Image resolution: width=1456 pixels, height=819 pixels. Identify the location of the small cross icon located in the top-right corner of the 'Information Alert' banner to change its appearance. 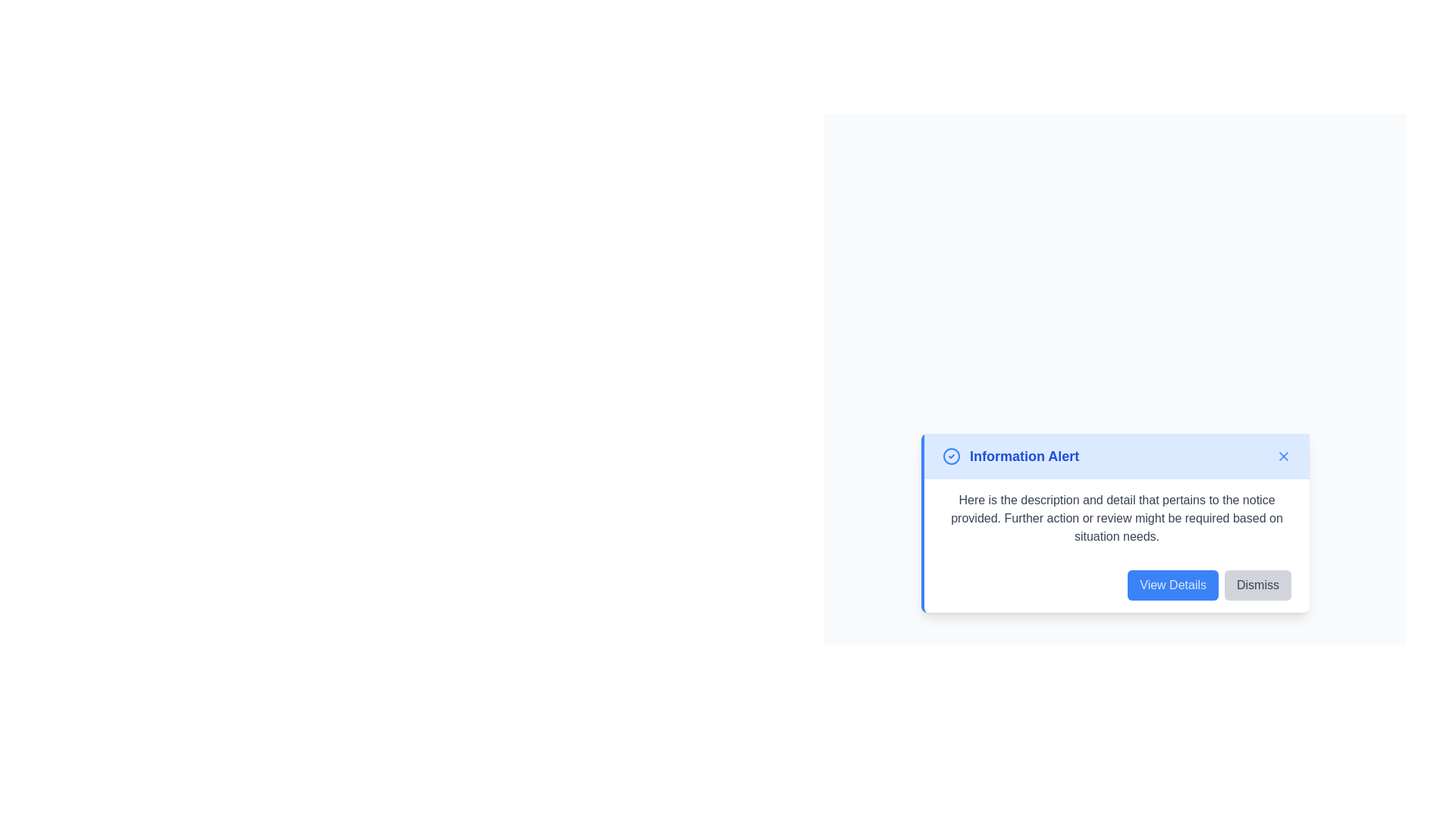
(1283, 455).